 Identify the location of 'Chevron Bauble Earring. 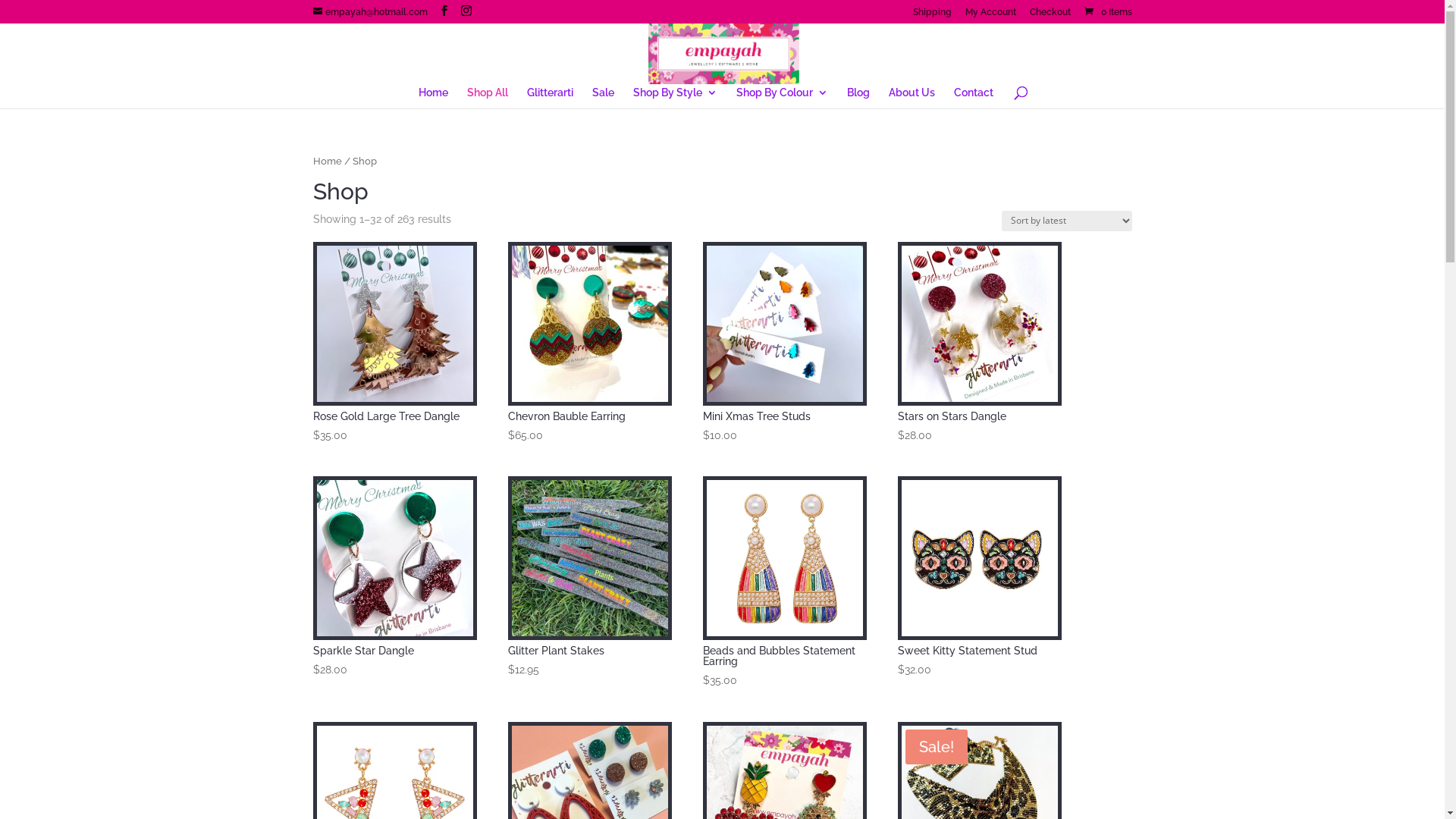
(588, 343).